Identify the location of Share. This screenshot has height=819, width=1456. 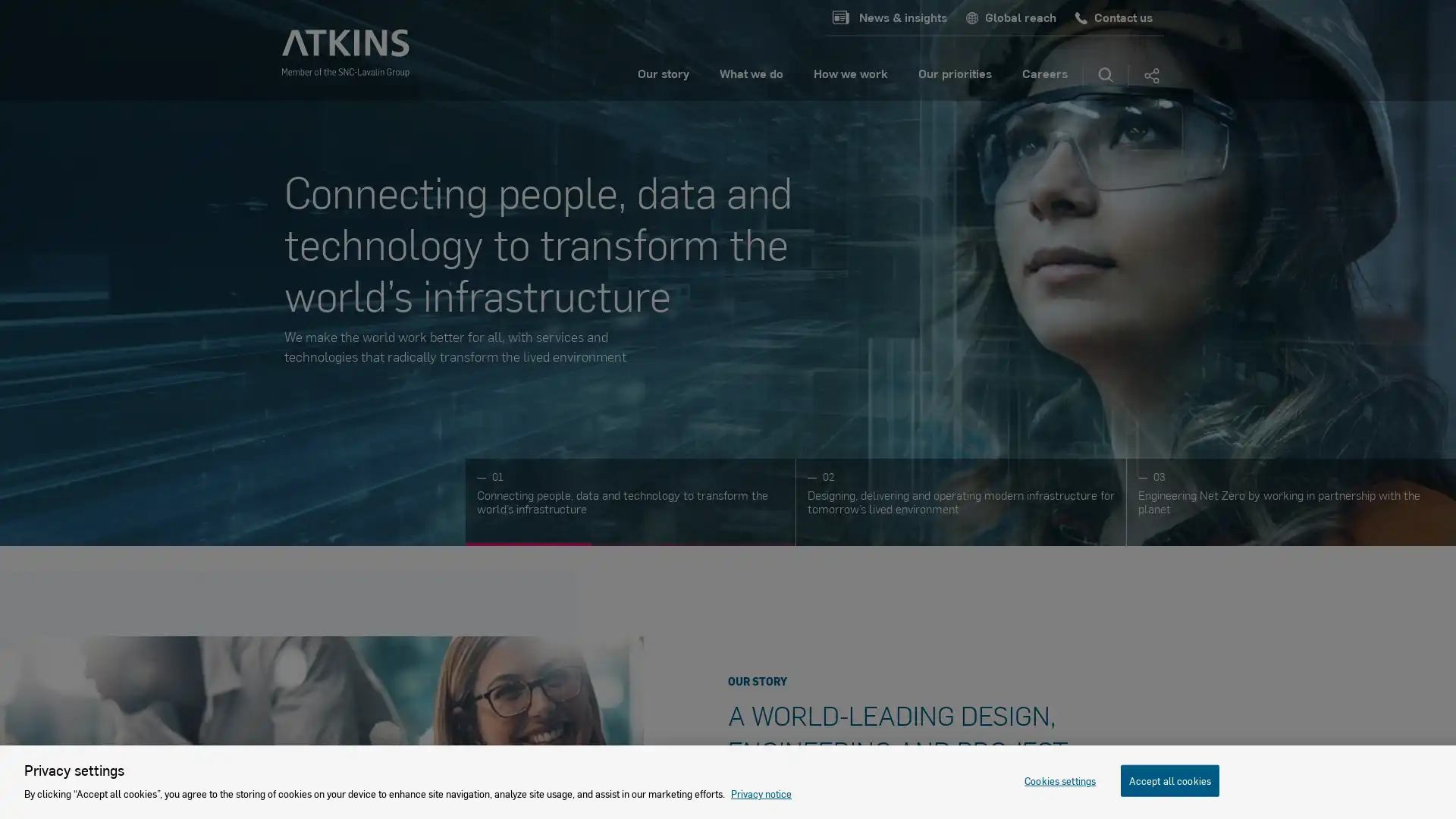
(1150, 76).